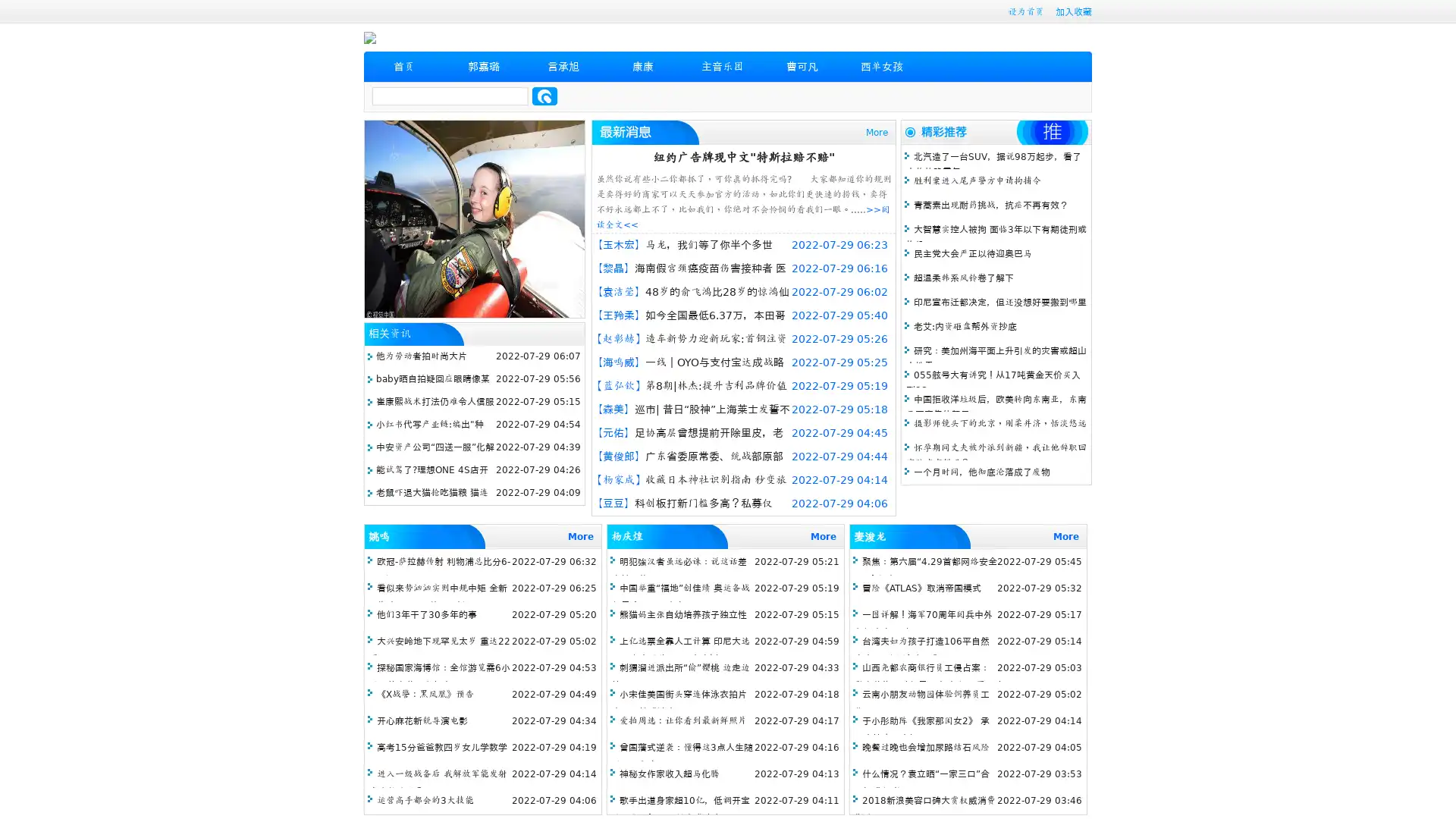 The image size is (1456, 819). What do you see at coordinates (544, 96) in the screenshot?
I see `Search` at bounding box center [544, 96].